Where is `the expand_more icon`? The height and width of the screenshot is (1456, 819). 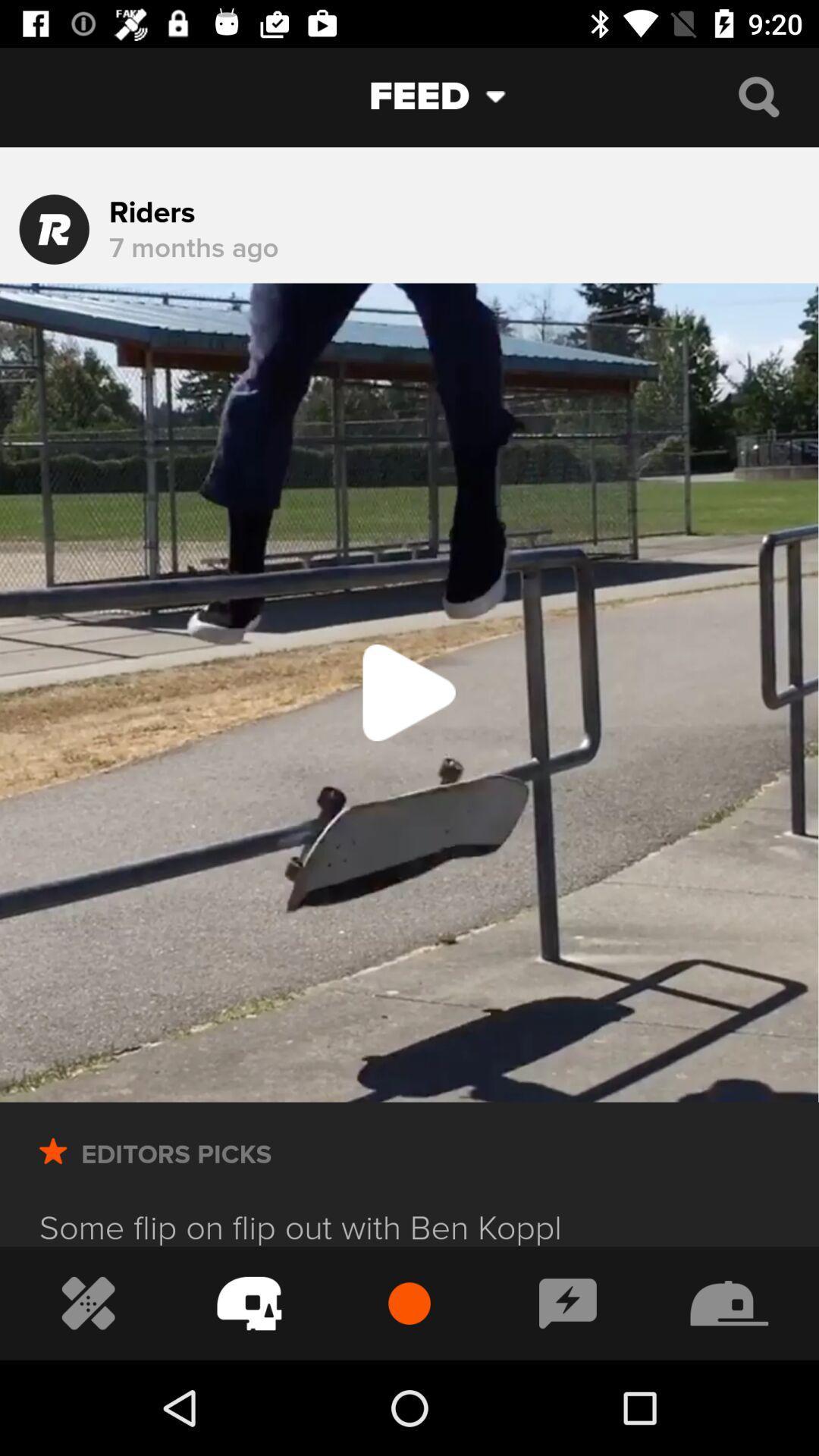
the expand_more icon is located at coordinates (507, 96).